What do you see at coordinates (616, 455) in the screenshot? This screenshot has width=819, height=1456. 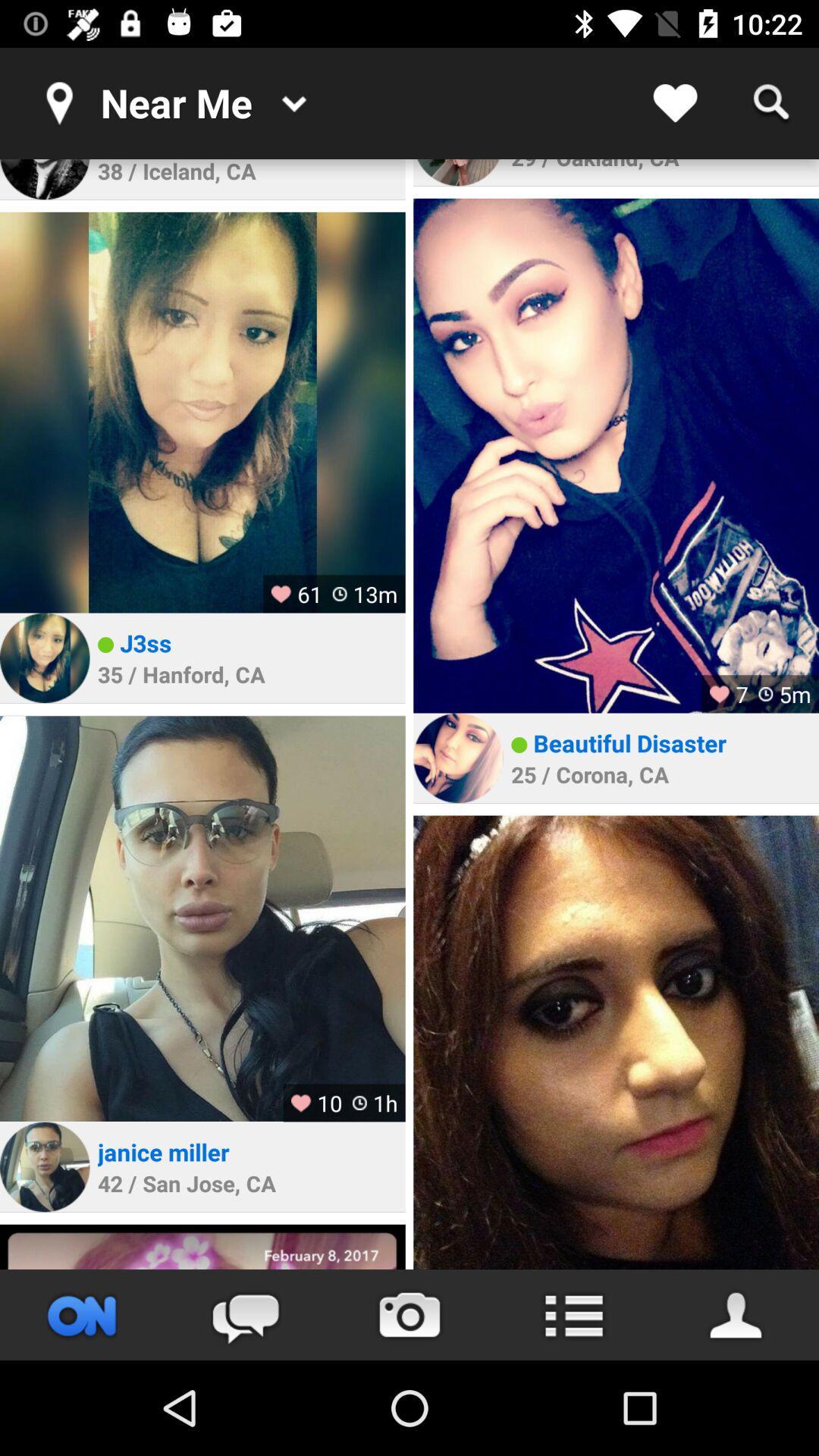 I see `picture of content` at bounding box center [616, 455].